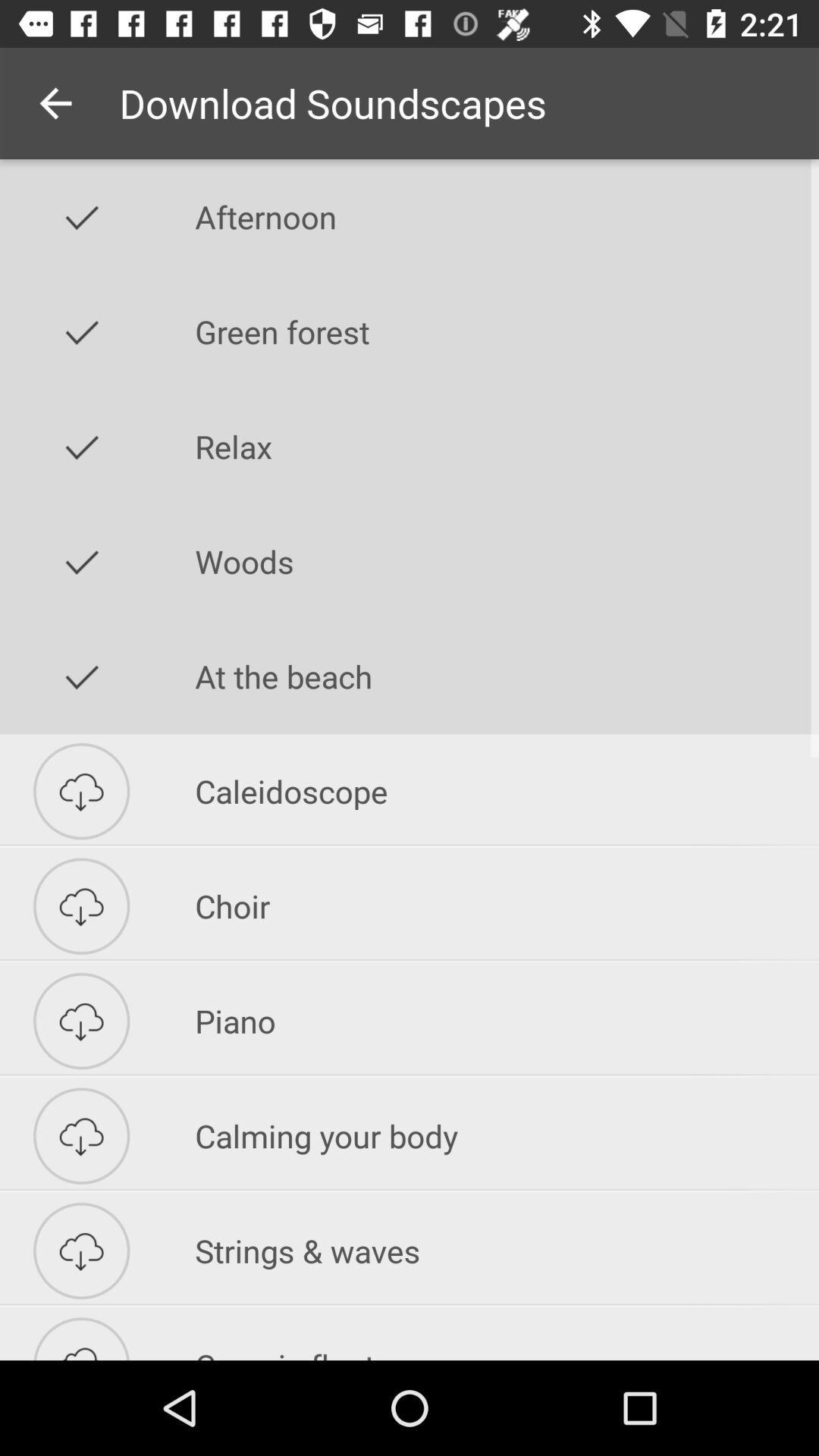  What do you see at coordinates (507, 676) in the screenshot?
I see `the icon below the woods item` at bounding box center [507, 676].